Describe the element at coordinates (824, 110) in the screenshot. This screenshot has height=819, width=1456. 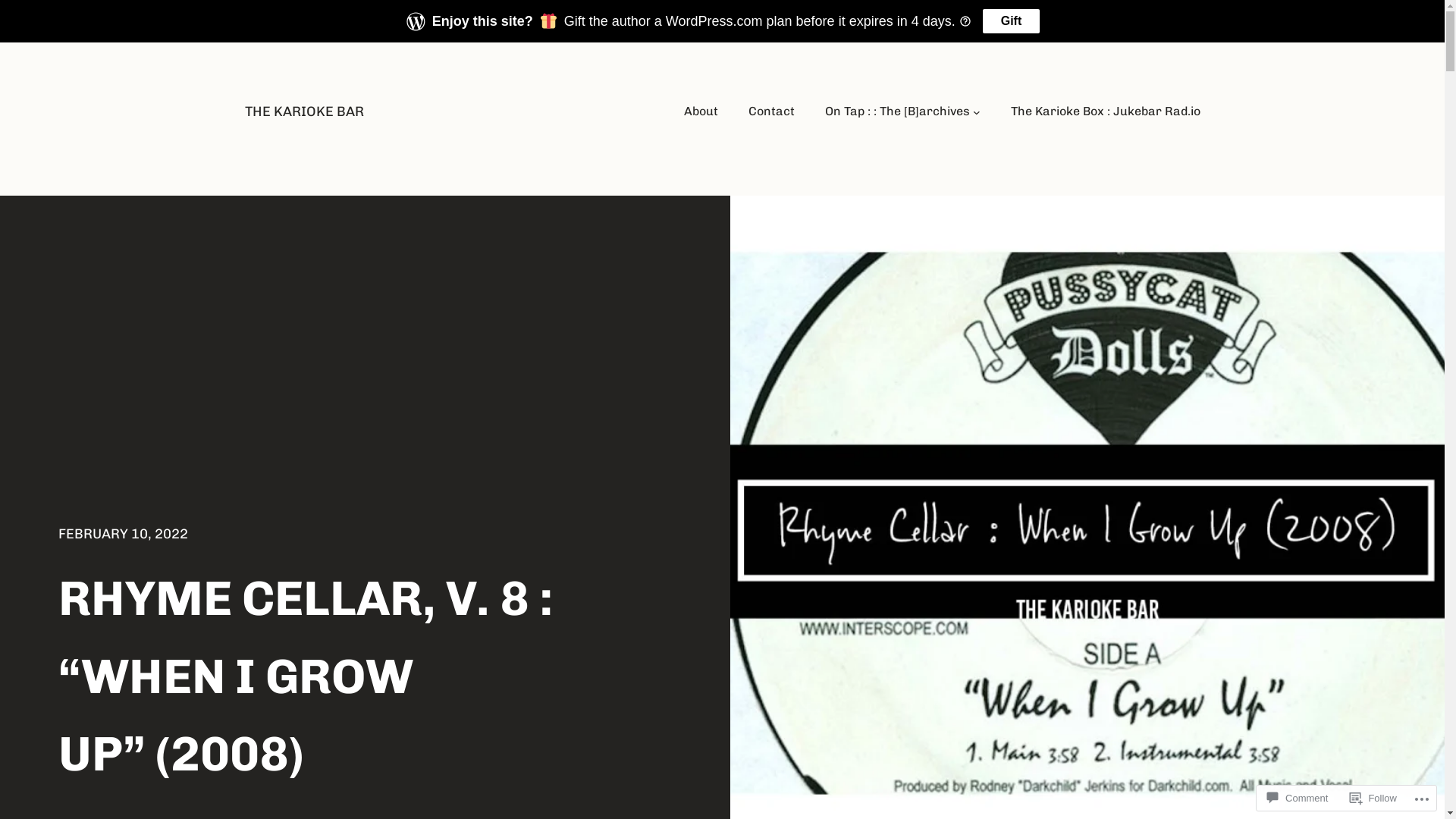
I see `'On Tap : : The [B]archives'` at that location.